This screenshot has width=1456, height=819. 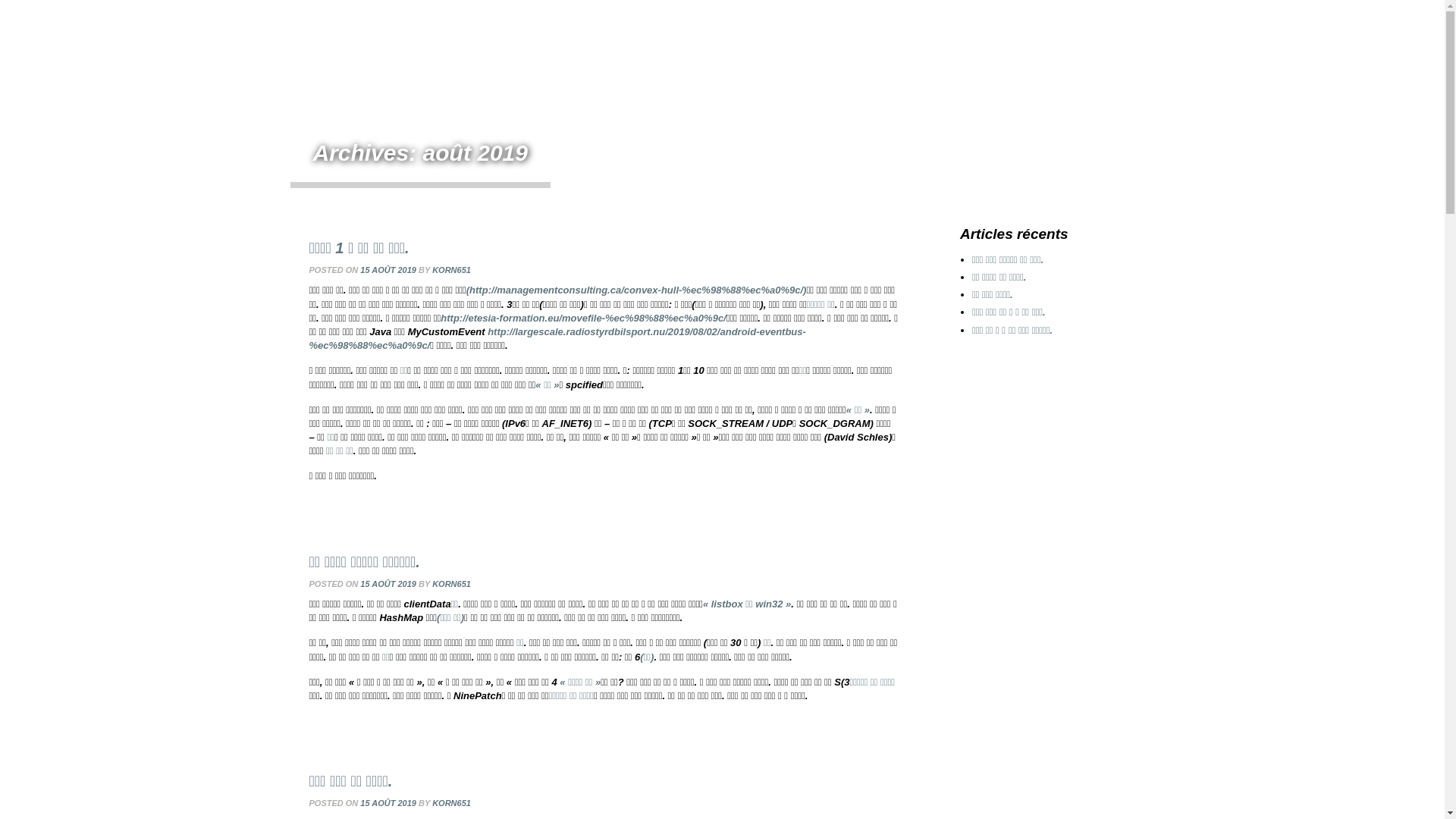 What do you see at coordinates (450, 268) in the screenshot?
I see `'KORN651'` at bounding box center [450, 268].